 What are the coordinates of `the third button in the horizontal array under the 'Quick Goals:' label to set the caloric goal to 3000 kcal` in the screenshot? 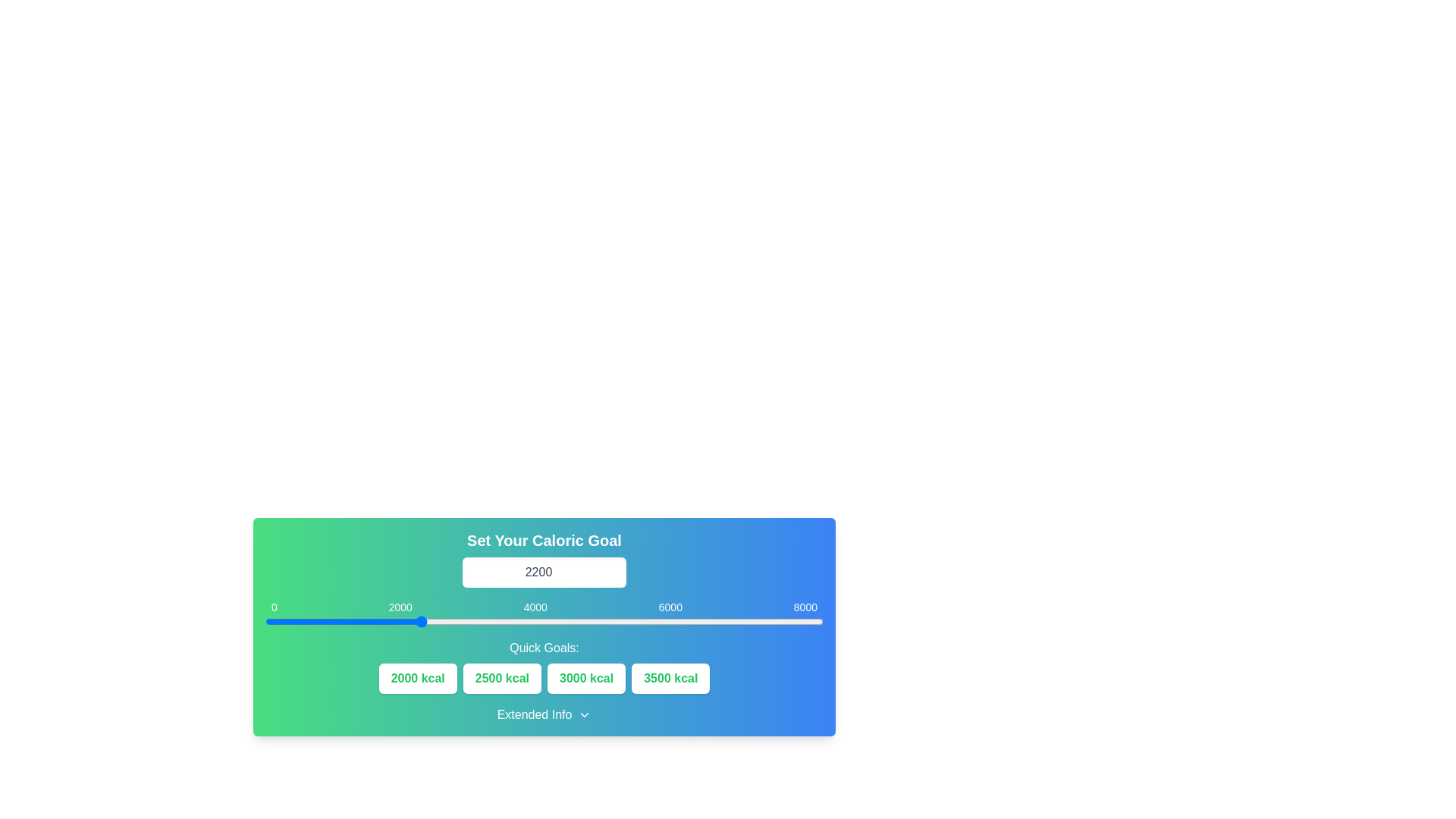 It's located at (585, 677).